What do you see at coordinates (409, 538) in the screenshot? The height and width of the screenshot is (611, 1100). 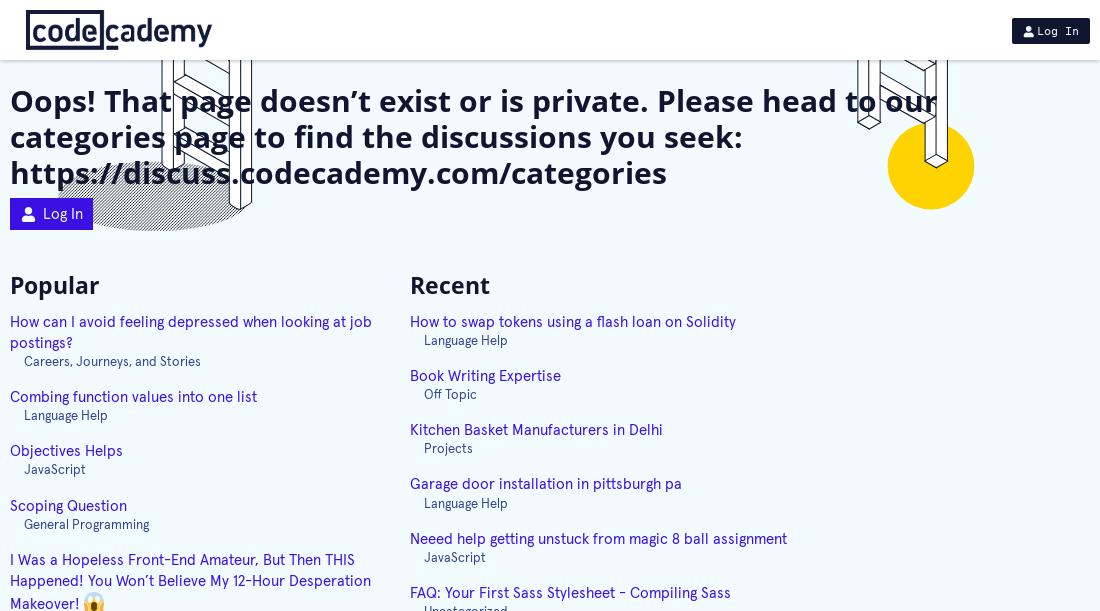 I see `'Neeed help getting unstuck from magic 8 ball assignment'` at bounding box center [409, 538].